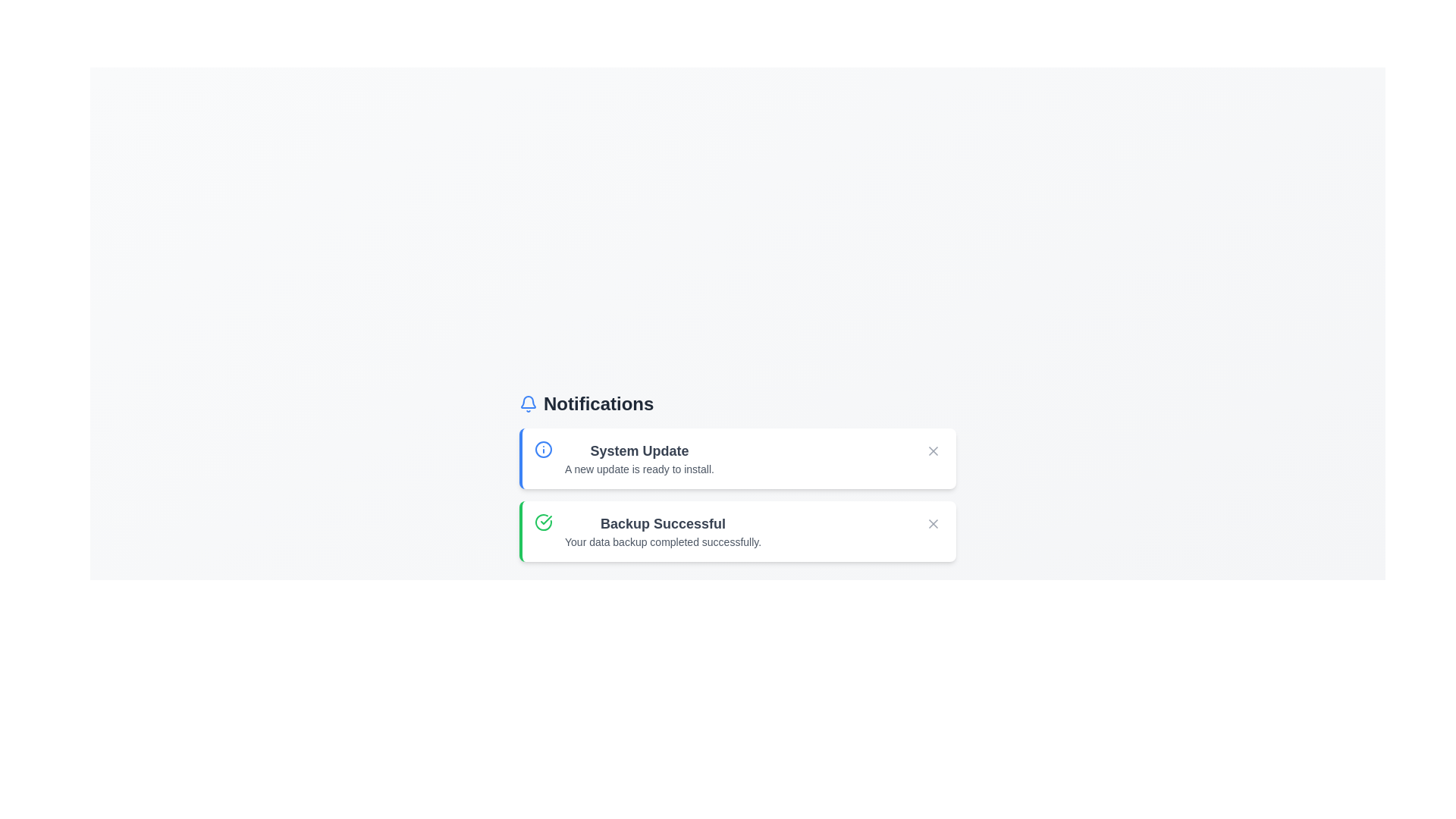 The width and height of the screenshot is (1456, 819). Describe the element at coordinates (663, 522) in the screenshot. I see `text 'Backup Successful' displayed prominently in bold and large font within the notification card` at that location.